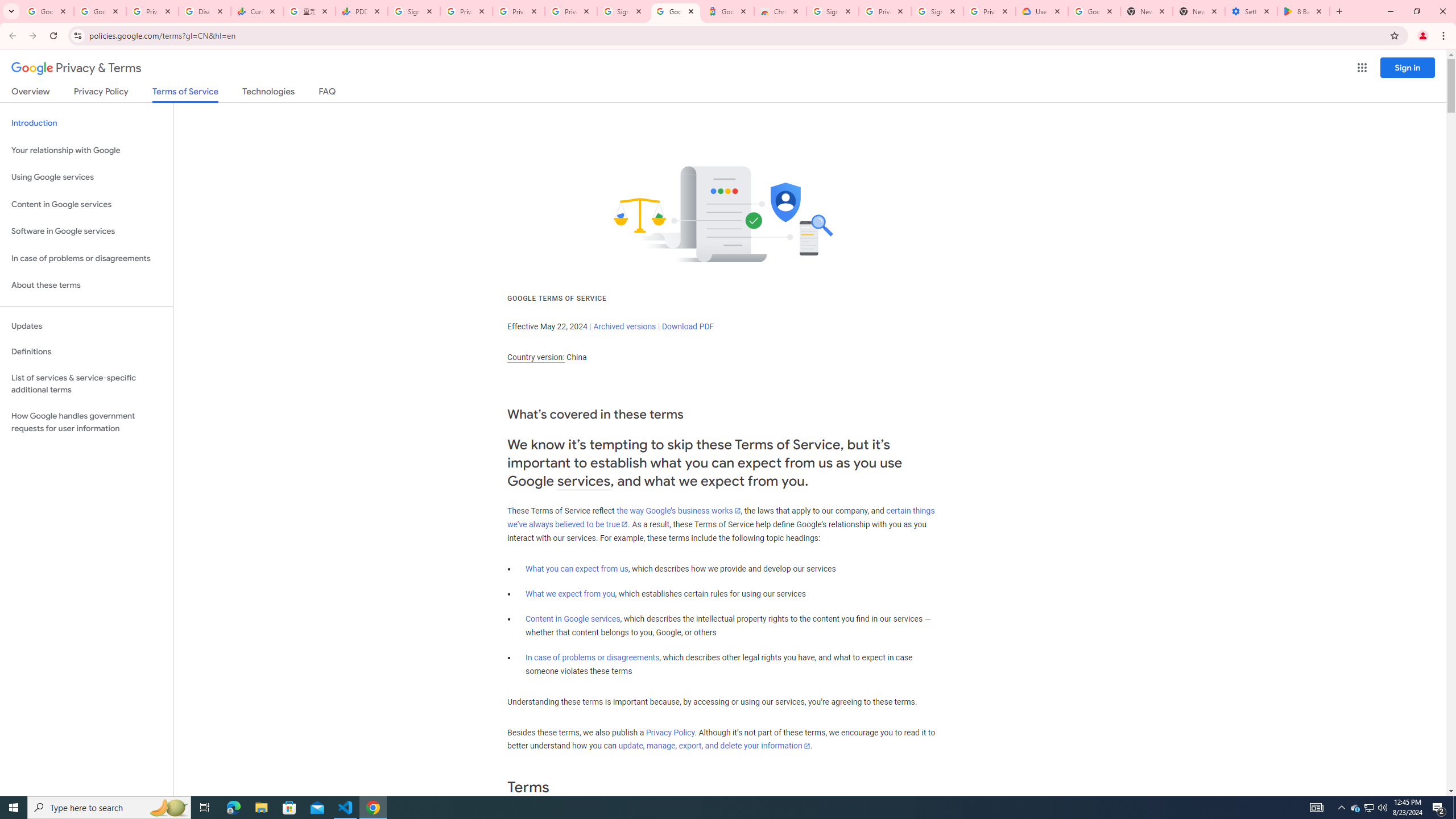 The width and height of the screenshot is (1456, 819). Describe the element at coordinates (47, 11) in the screenshot. I see `'Google Workspace Admin Community'` at that location.